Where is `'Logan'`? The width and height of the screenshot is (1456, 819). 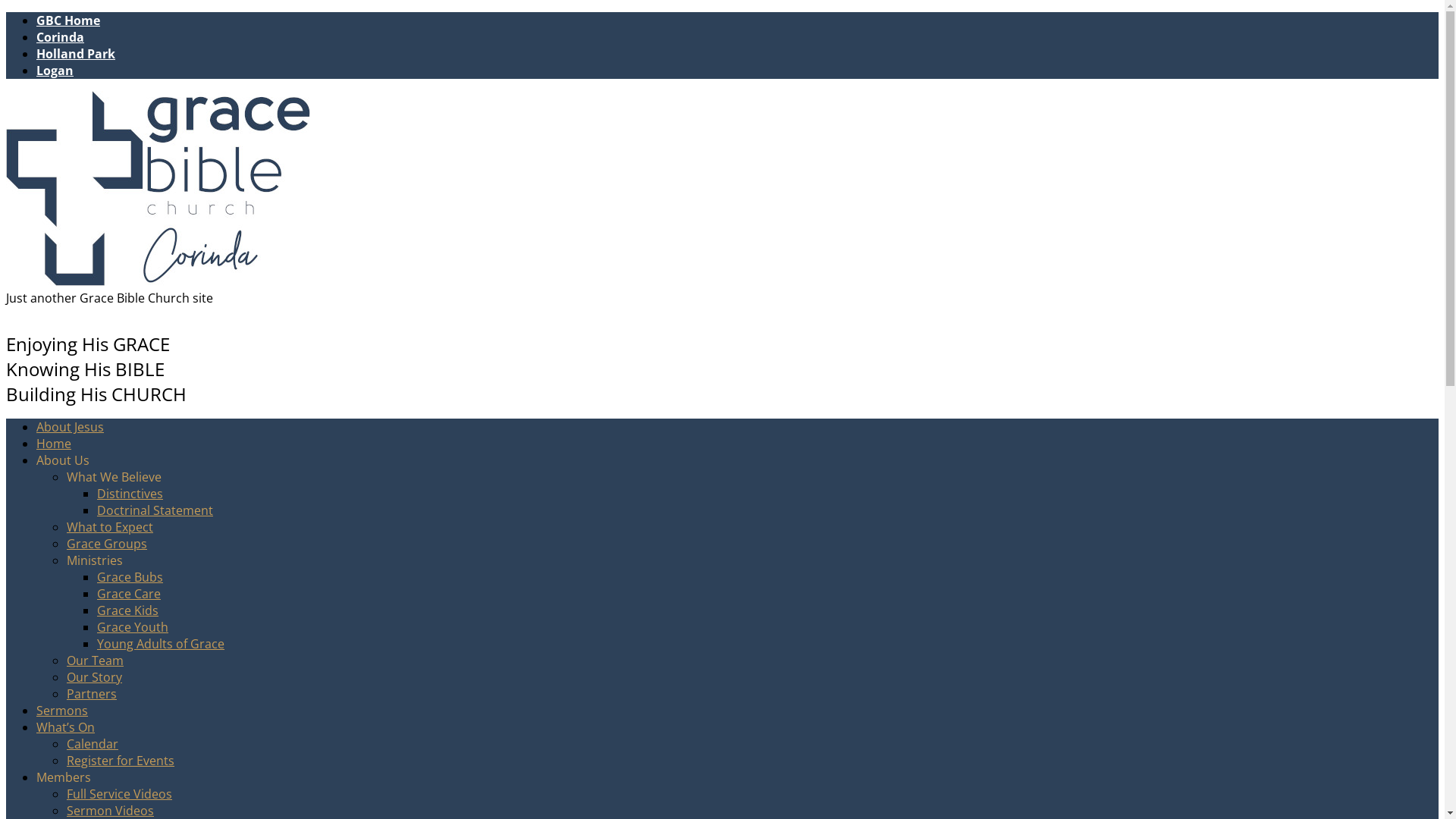 'Logan' is located at coordinates (55, 70).